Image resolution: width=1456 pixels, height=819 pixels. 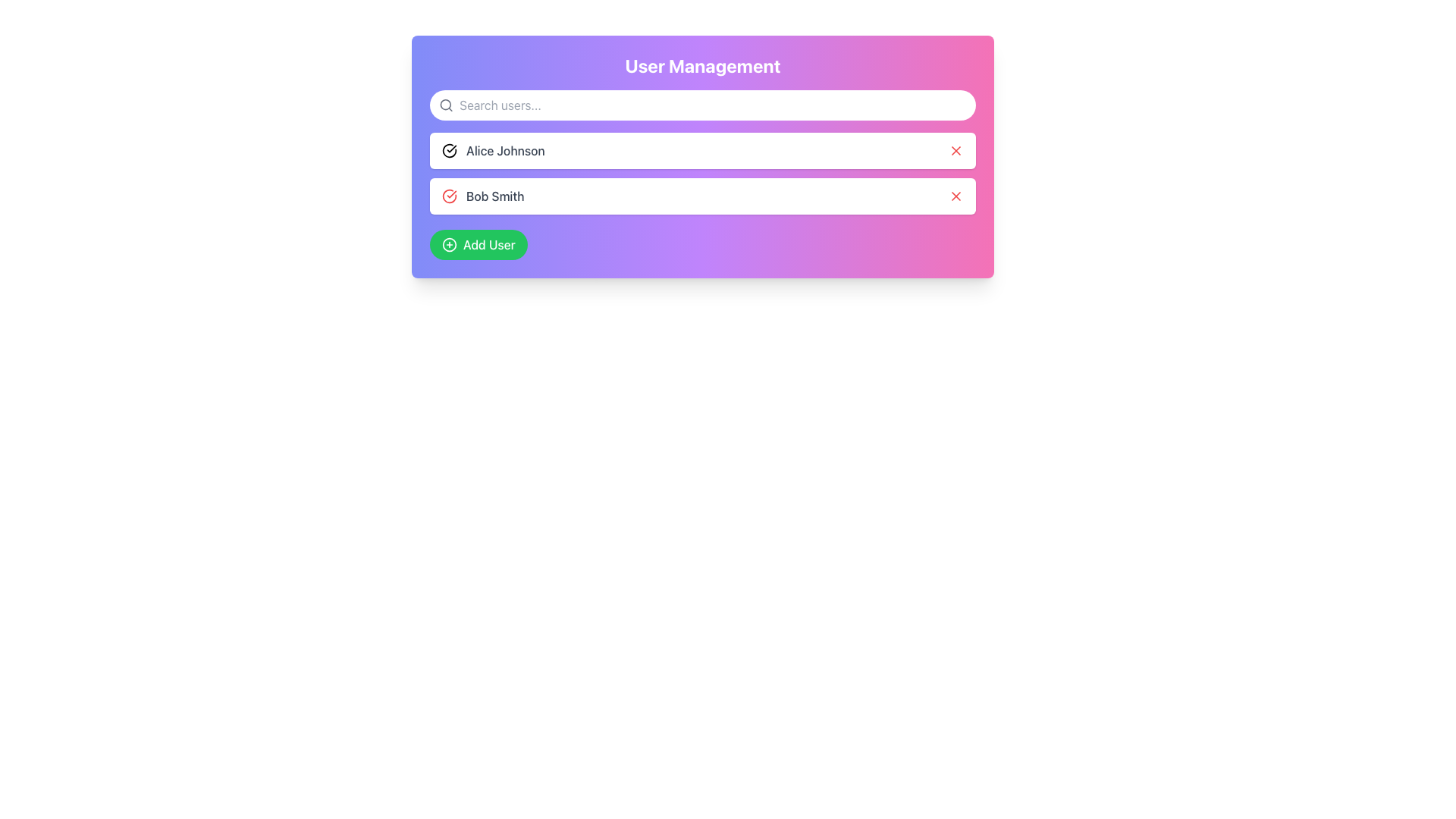 I want to click on the text label displaying the name 'Alice Johnson', so click(x=505, y=151).